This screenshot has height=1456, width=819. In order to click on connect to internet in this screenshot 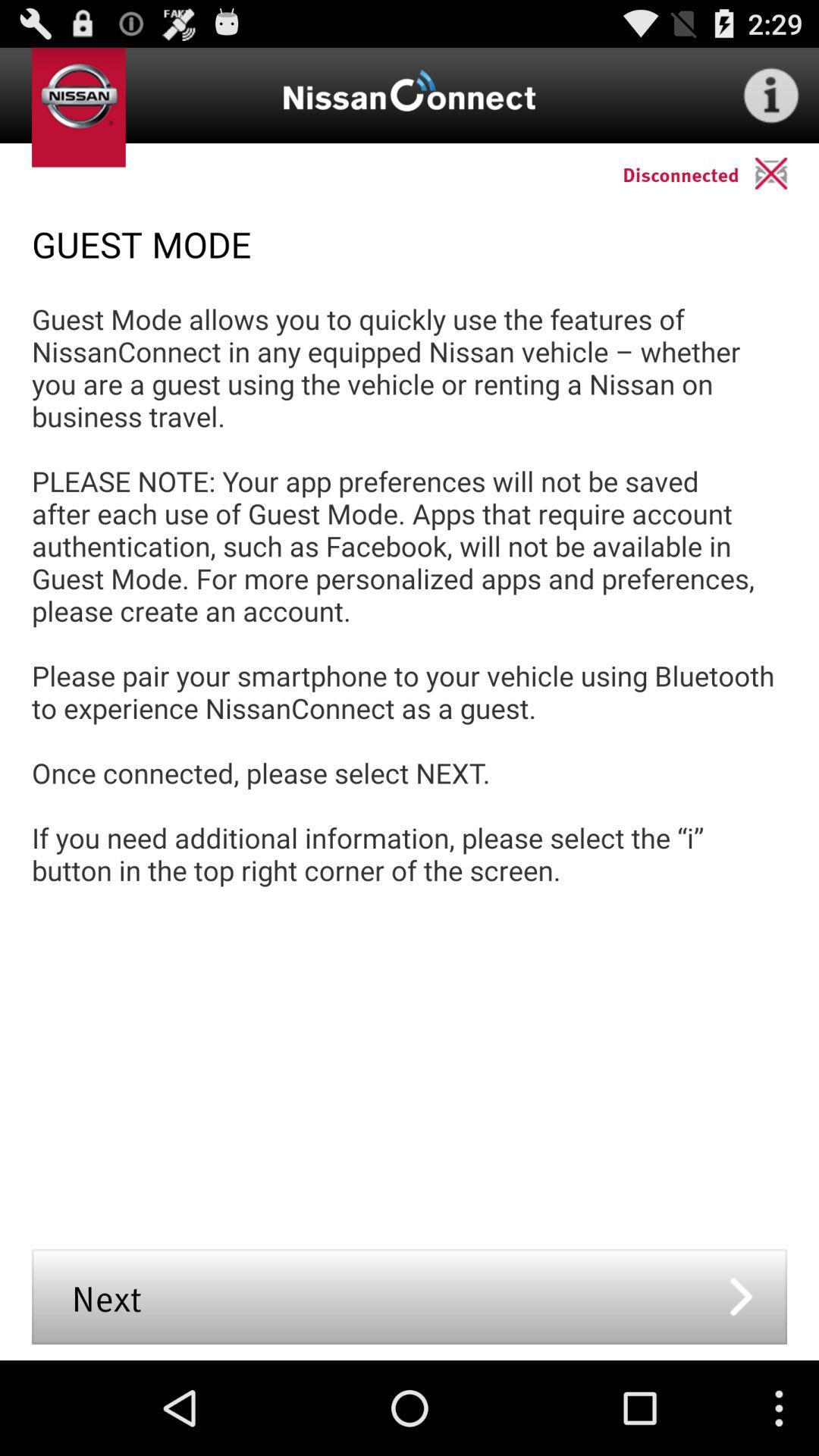, I will do `click(771, 94)`.